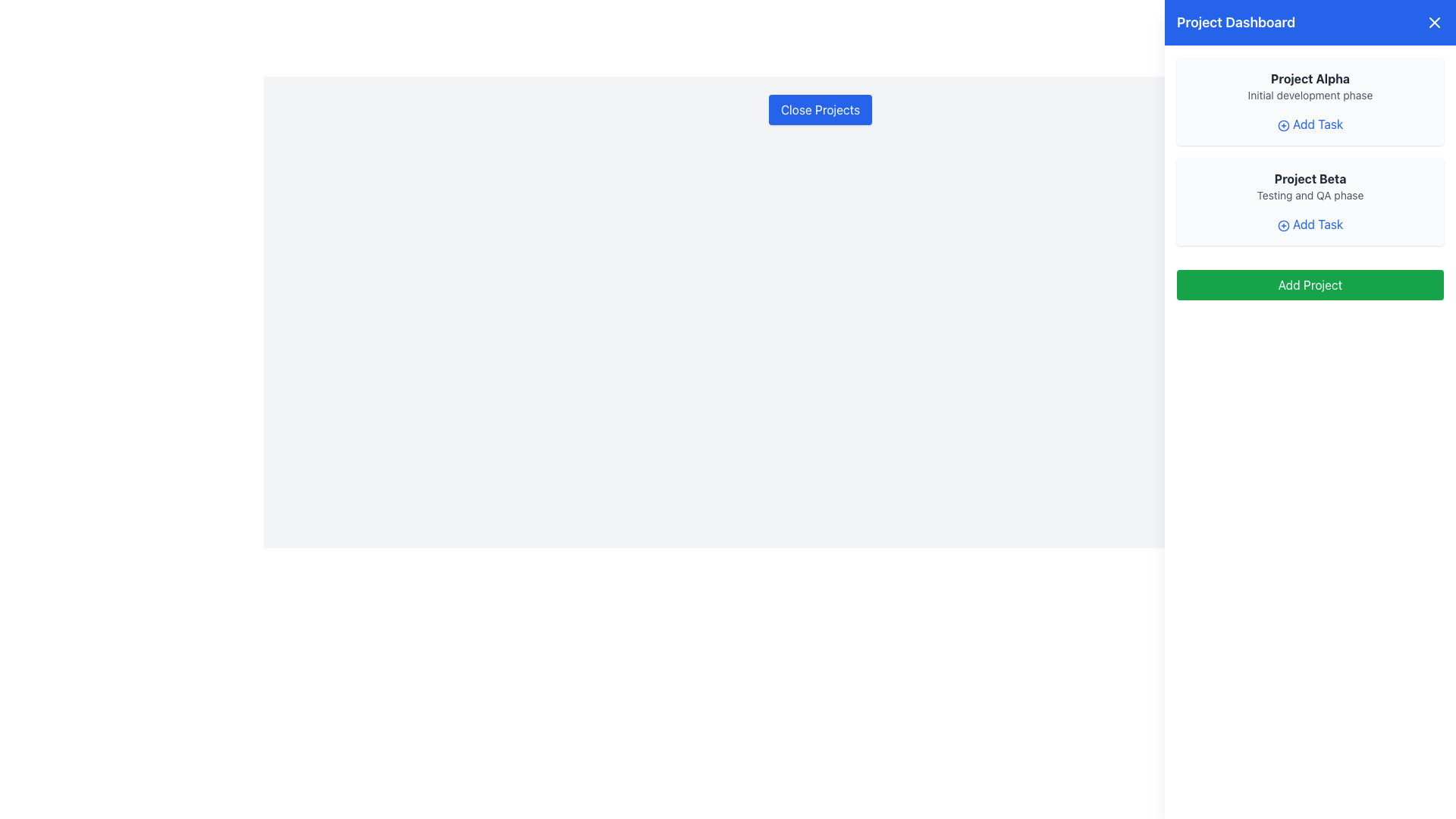 This screenshot has width=1456, height=819. What do you see at coordinates (1310, 79) in the screenshot?
I see `the bold text label displaying 'Project Alpha' at the top of its card layout` at bounding box center [1310, 79].